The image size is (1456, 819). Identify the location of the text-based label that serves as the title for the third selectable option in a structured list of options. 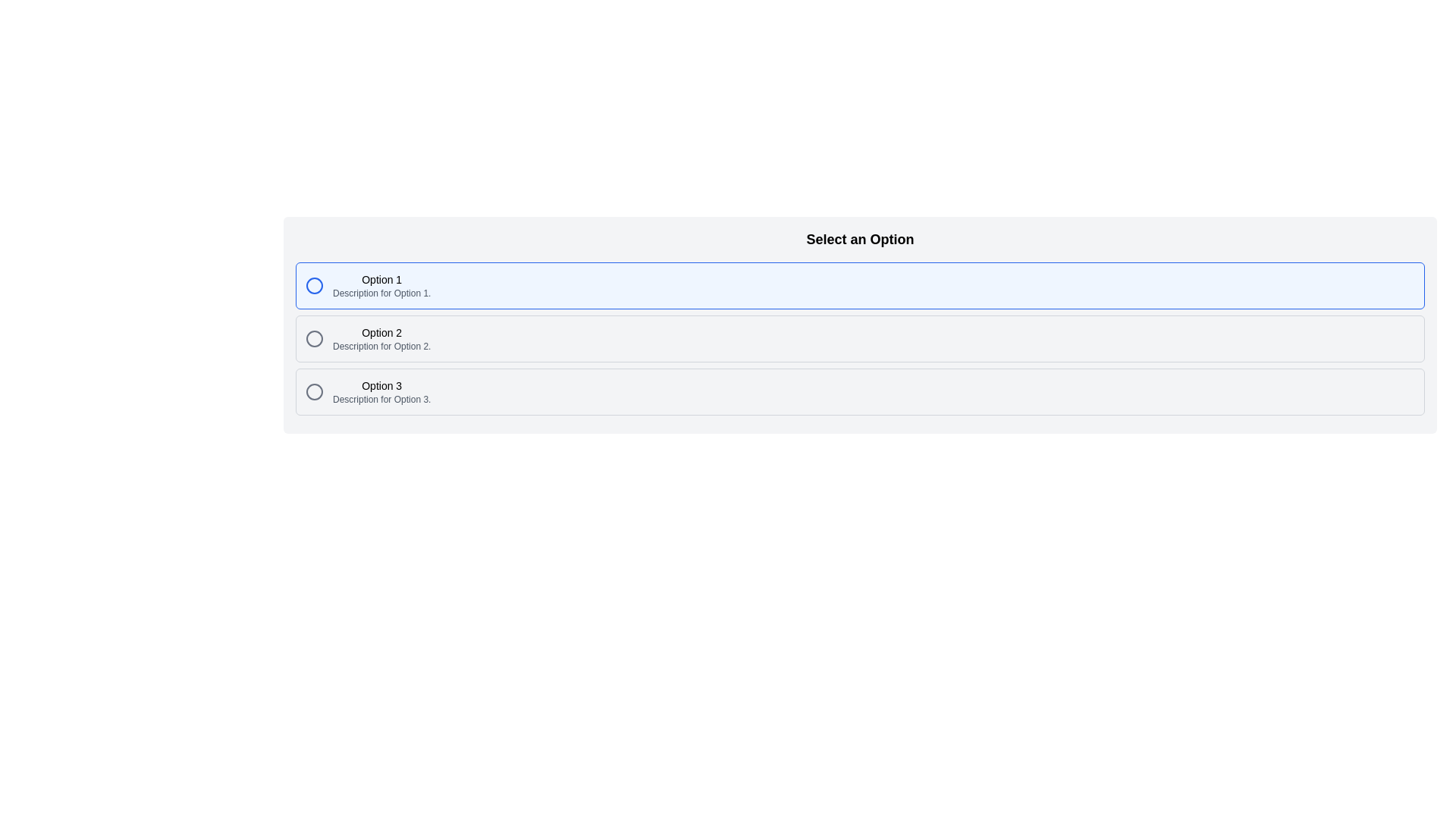
(381, 385).